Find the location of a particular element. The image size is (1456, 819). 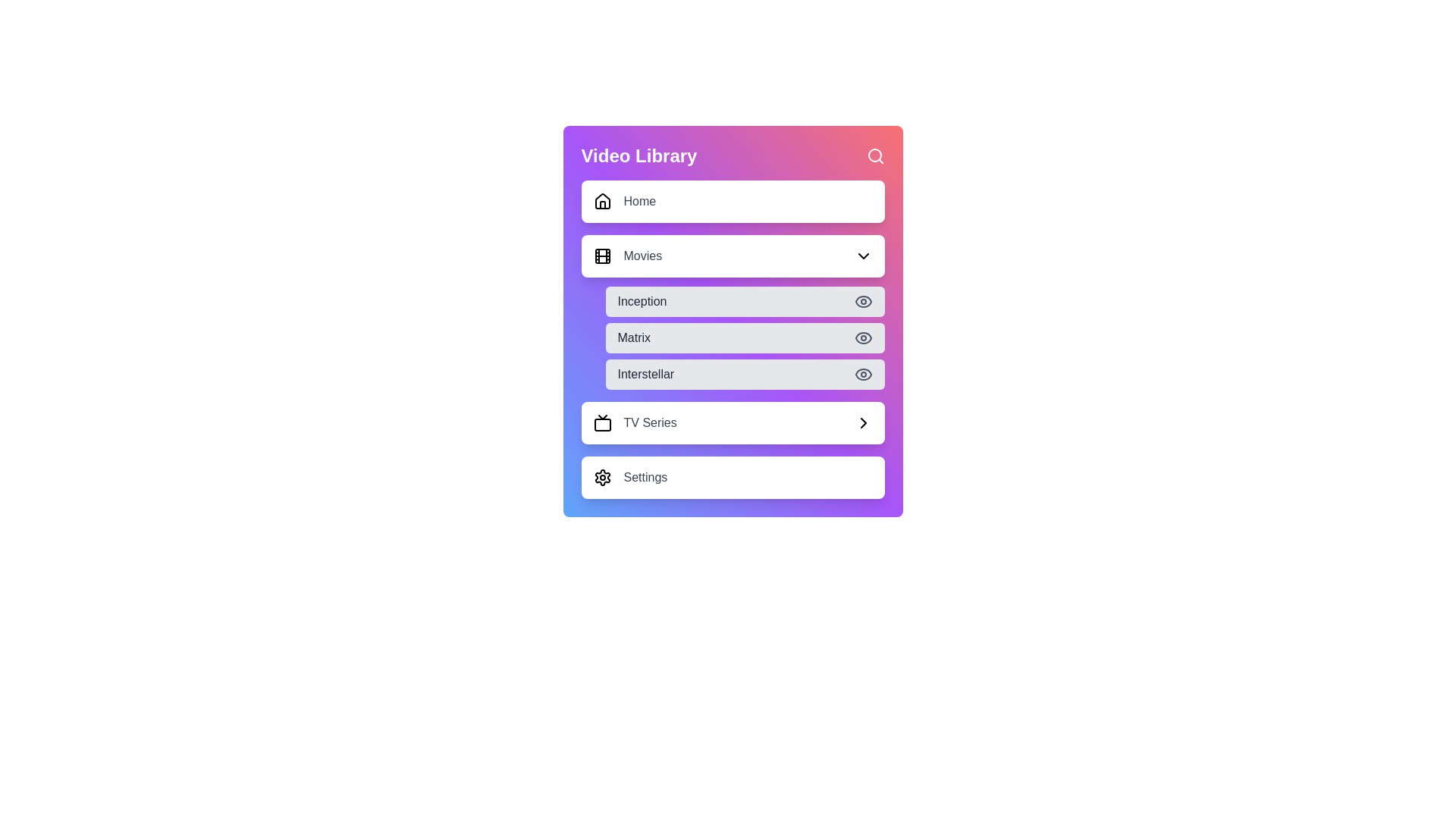

the list item labeled 'Matrix' in the 'Movies' section of the 'Video Library' interface to trigger an action is located at coordinates (733, 337).